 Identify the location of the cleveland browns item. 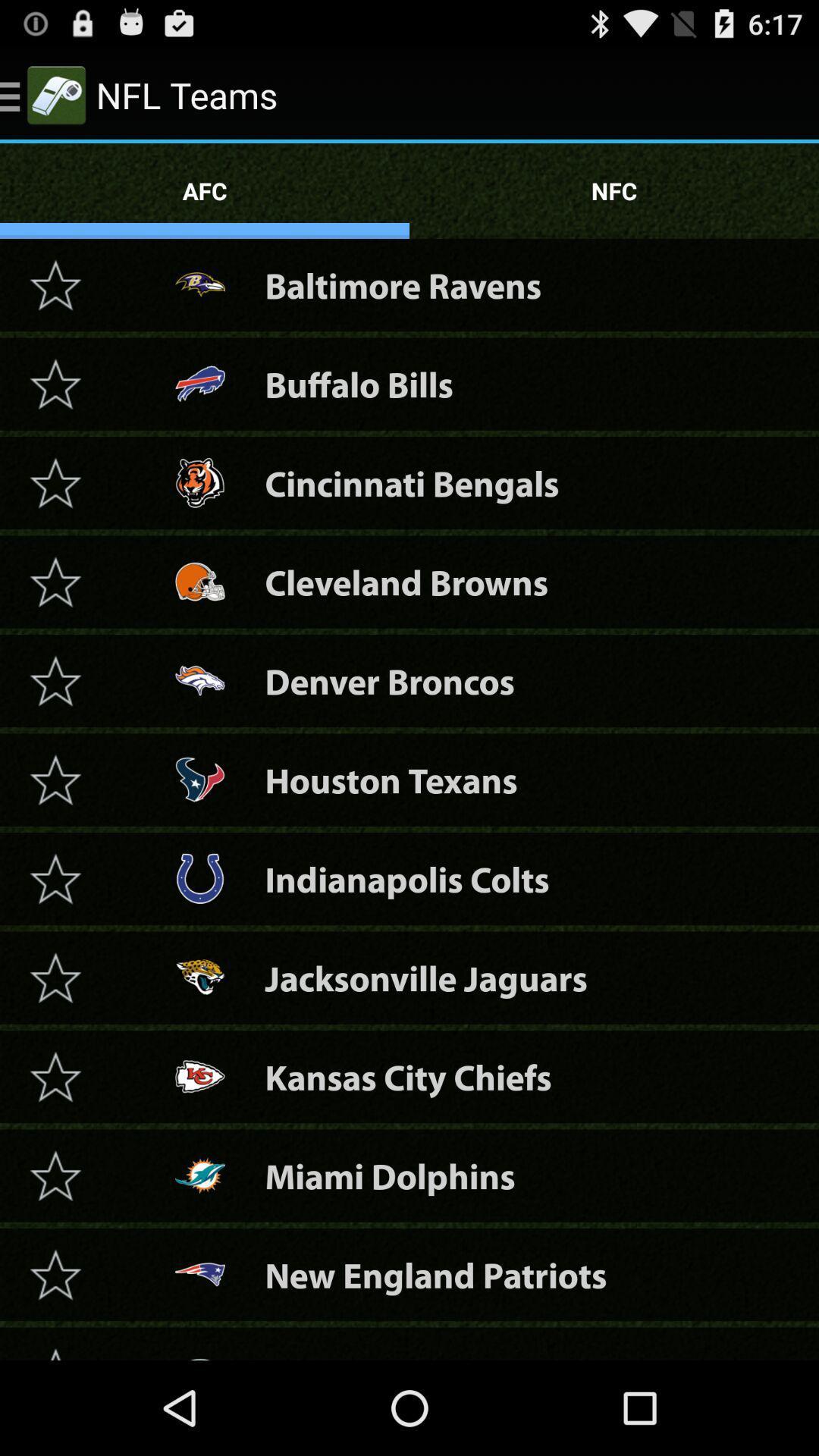
(406, 581).